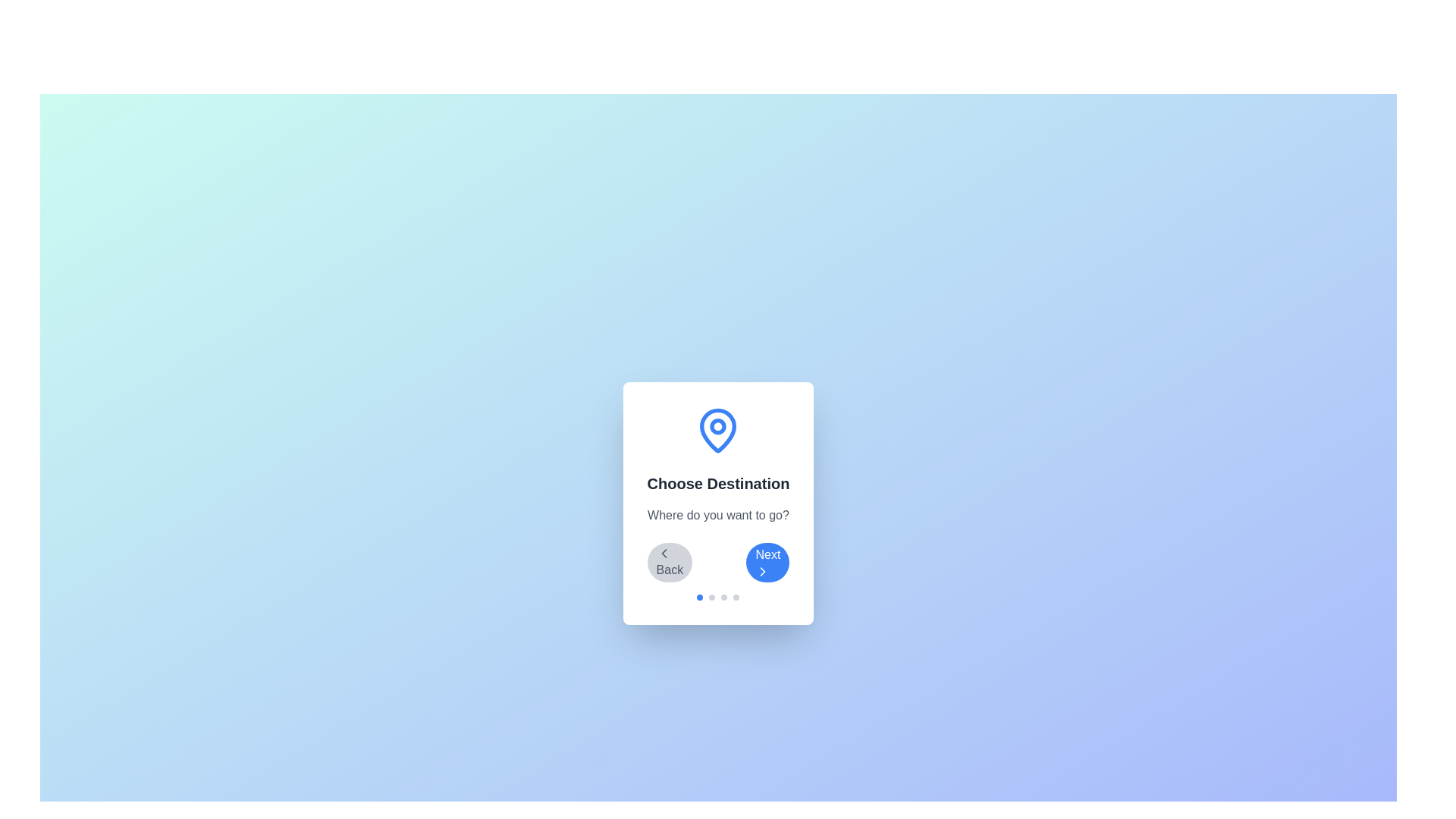 This screenshot has width=1456, height=819. What do you see at coordinates (717, 430) in the screenshot?
I see `the displayed icon` at bounding box center [717, 430].